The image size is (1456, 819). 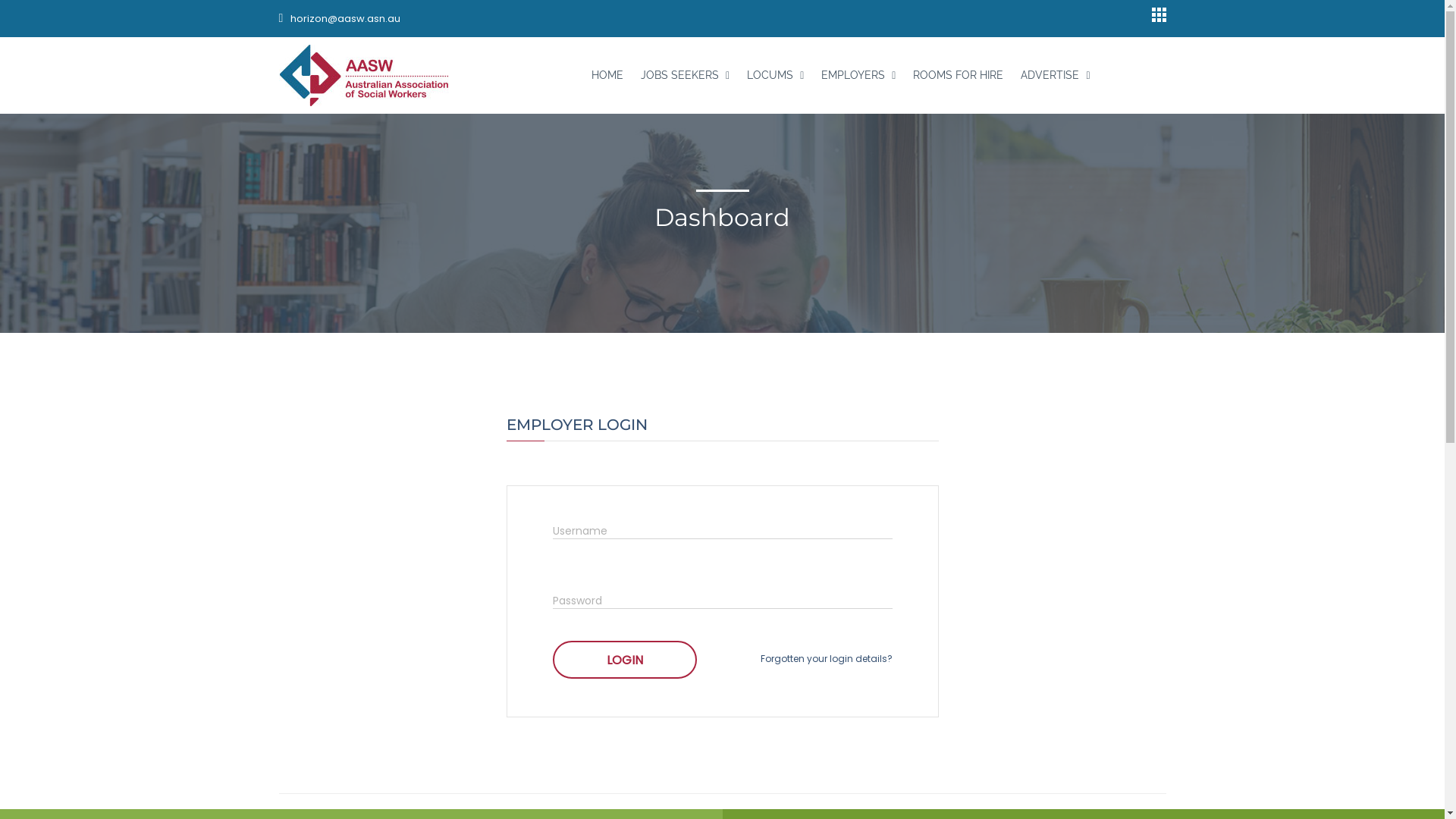 What do you see at coordinates (684, 75) in the screenshot?
I see `'JOBS SEEKERS'` at bounding box center [684, 75].